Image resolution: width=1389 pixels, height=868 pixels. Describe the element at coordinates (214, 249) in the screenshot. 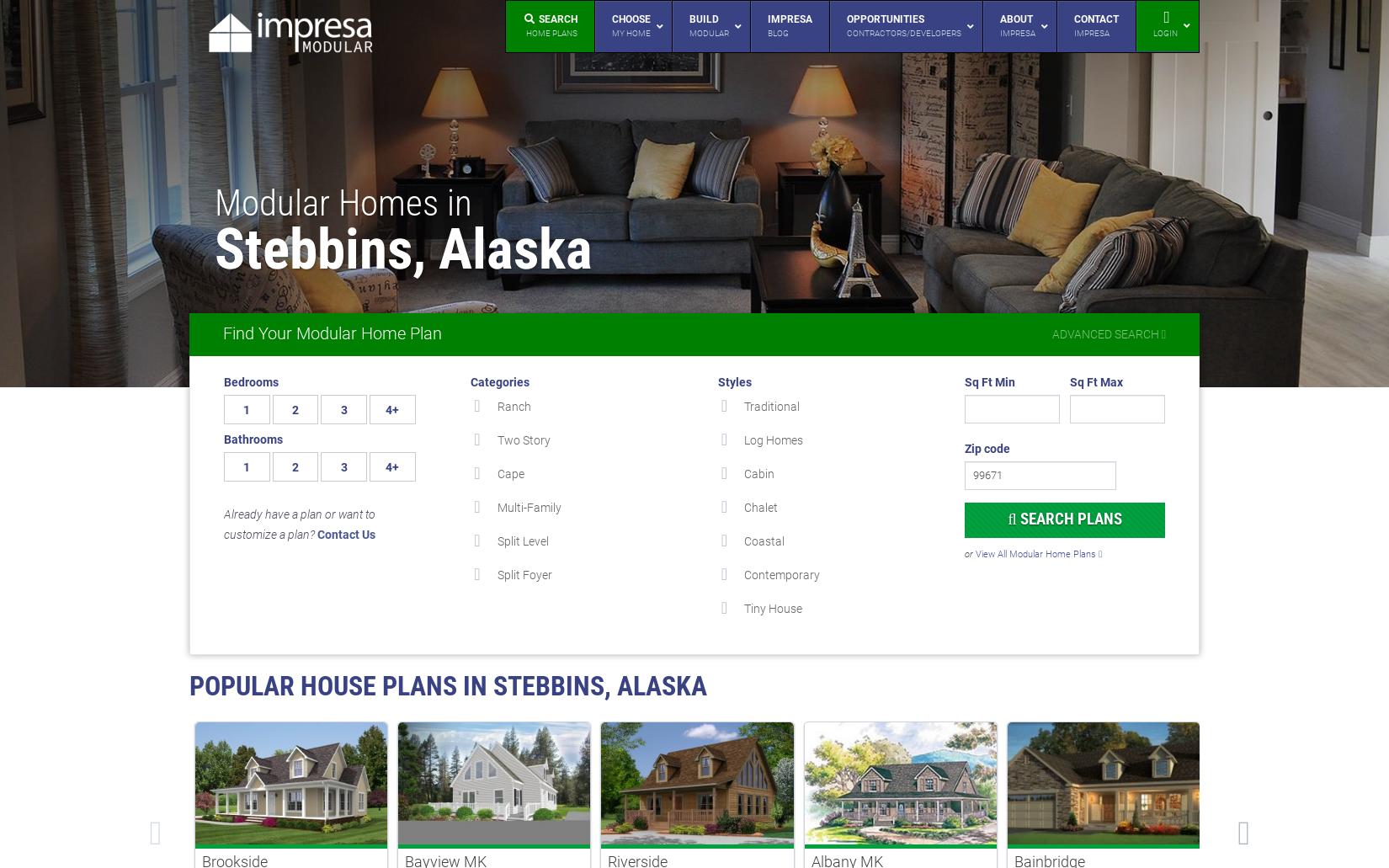

I see `'Stebbins, Alaska'` at that location.